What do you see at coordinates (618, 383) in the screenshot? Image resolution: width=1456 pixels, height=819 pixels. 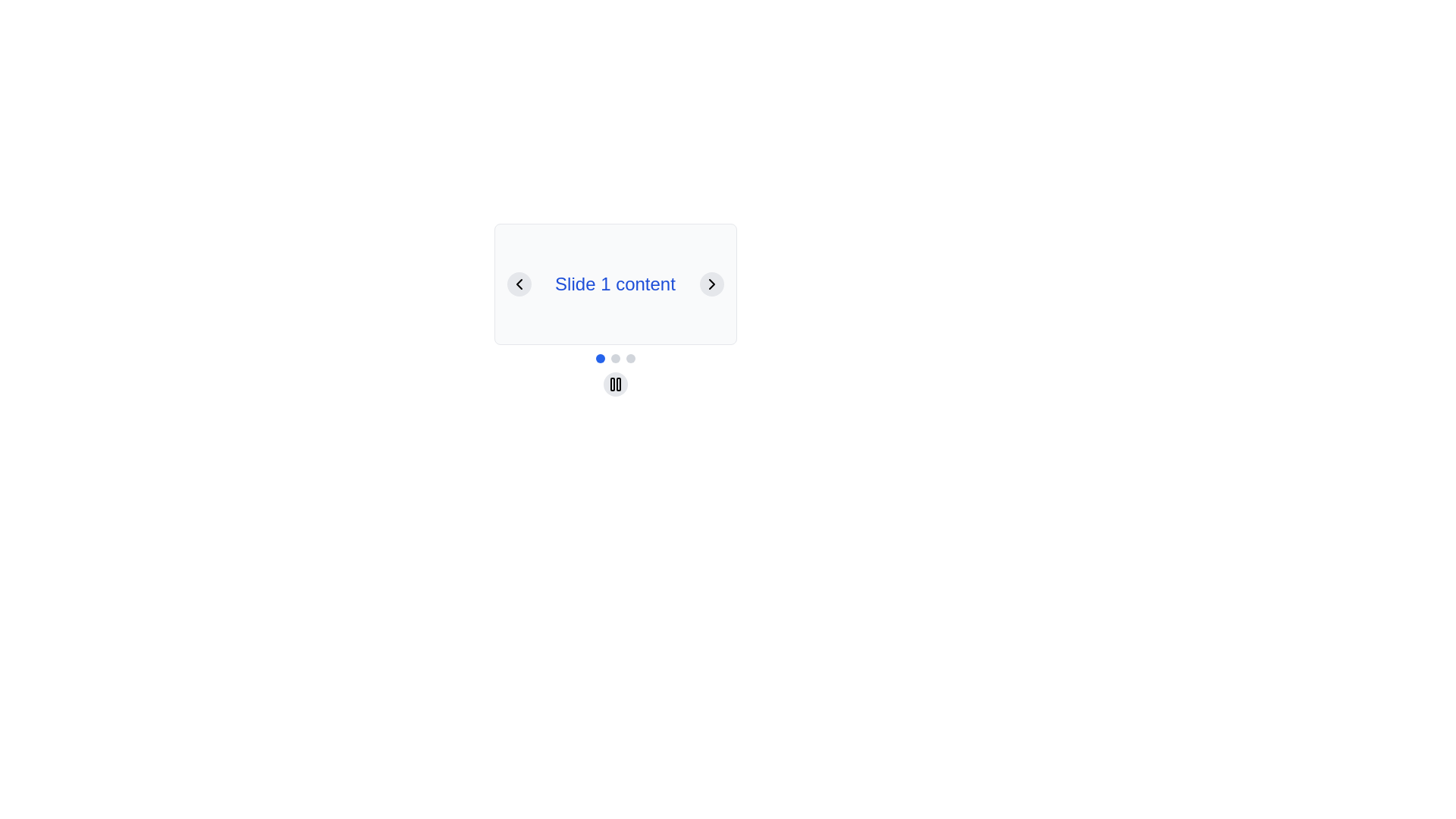 I see `the right-hand rectangle bar of the SVG icon representing the pause symbol` at bounding box center [618, 383].